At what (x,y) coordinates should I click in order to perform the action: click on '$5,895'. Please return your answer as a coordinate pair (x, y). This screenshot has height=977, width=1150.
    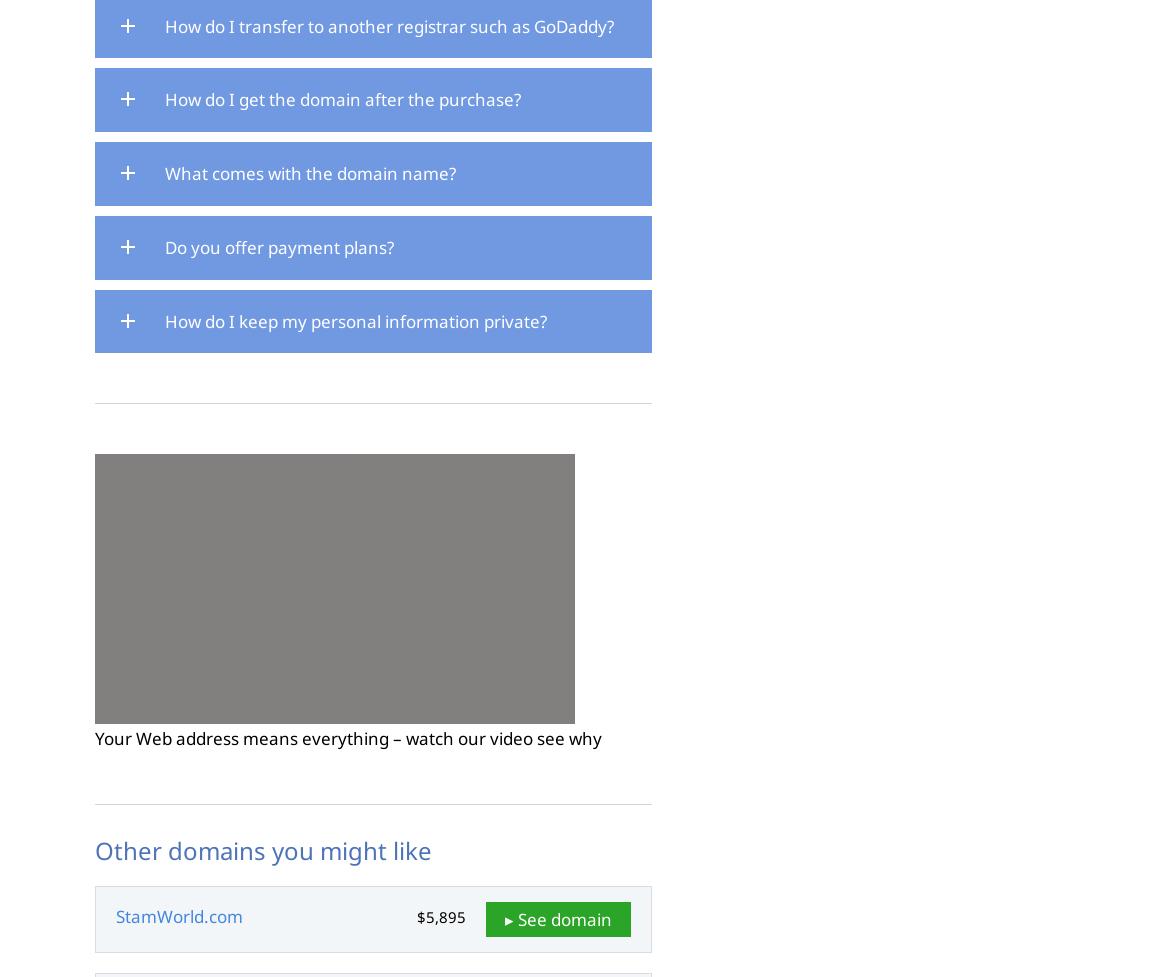
    Looking at the image, I should click on (441, 916).